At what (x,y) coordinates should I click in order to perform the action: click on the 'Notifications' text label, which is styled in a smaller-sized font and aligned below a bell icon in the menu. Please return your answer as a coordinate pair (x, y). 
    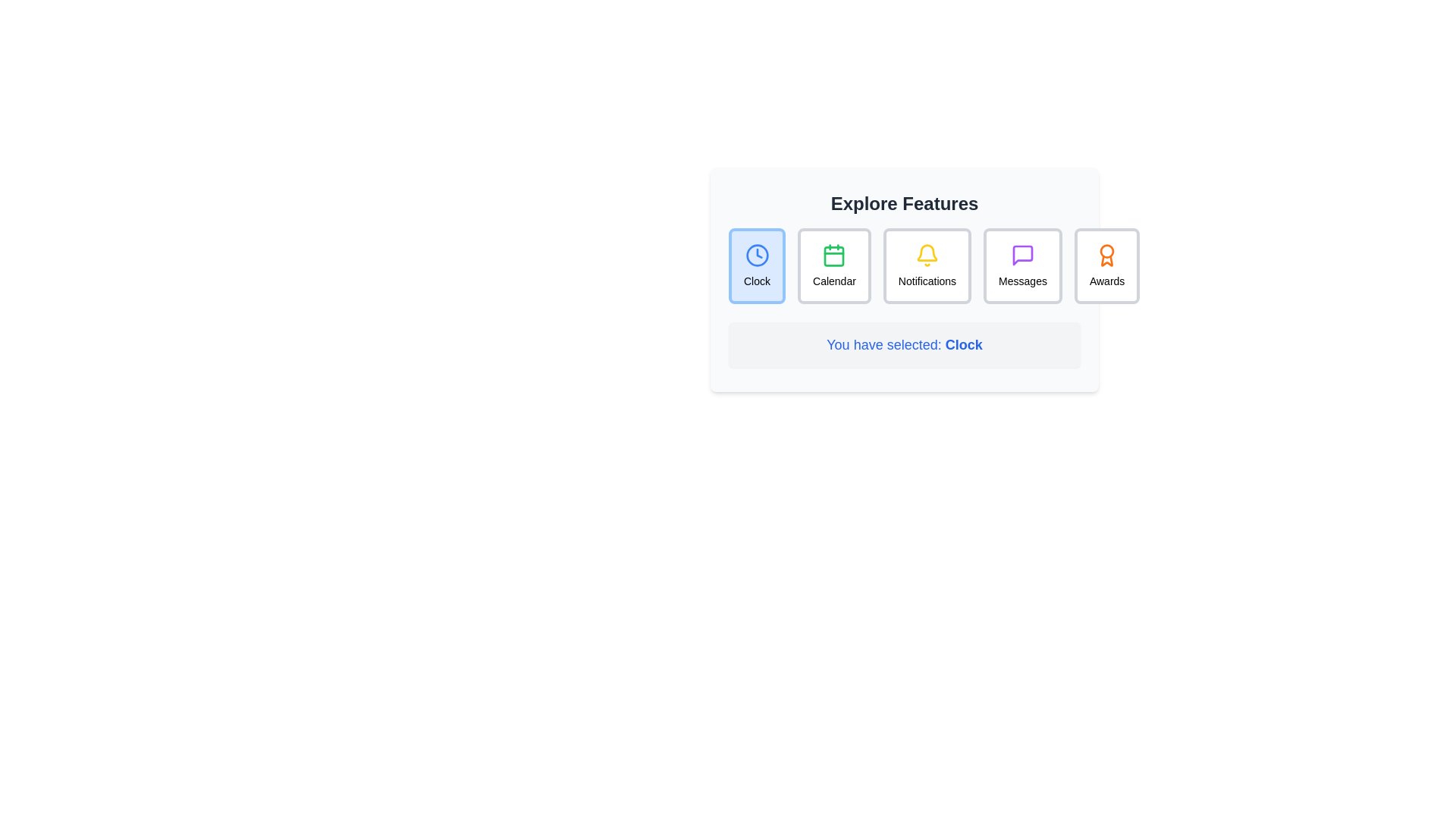
    Looking at the image, I should click on (927, 281).